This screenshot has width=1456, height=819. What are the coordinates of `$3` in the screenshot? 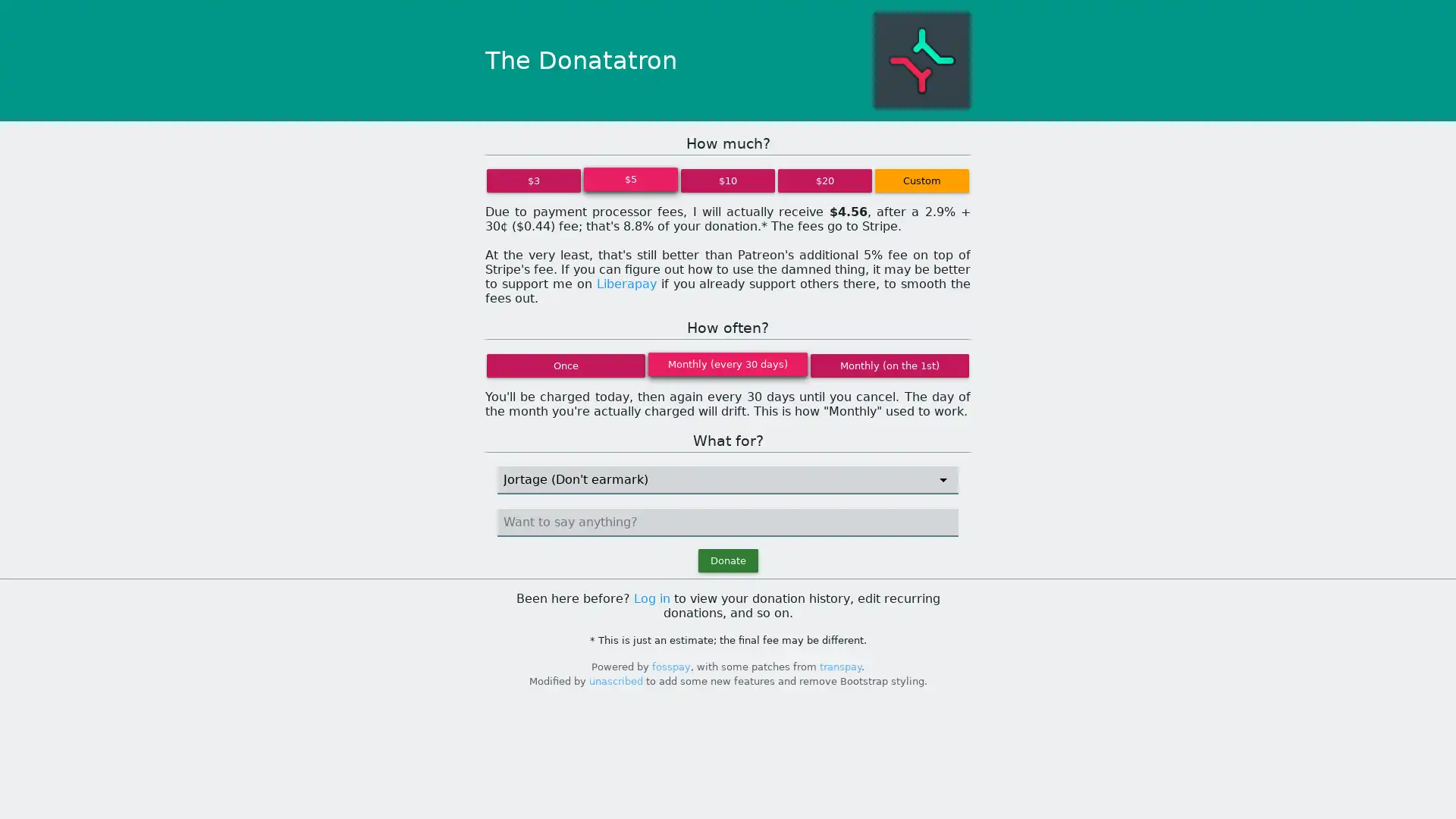 It's located at (534, 180).